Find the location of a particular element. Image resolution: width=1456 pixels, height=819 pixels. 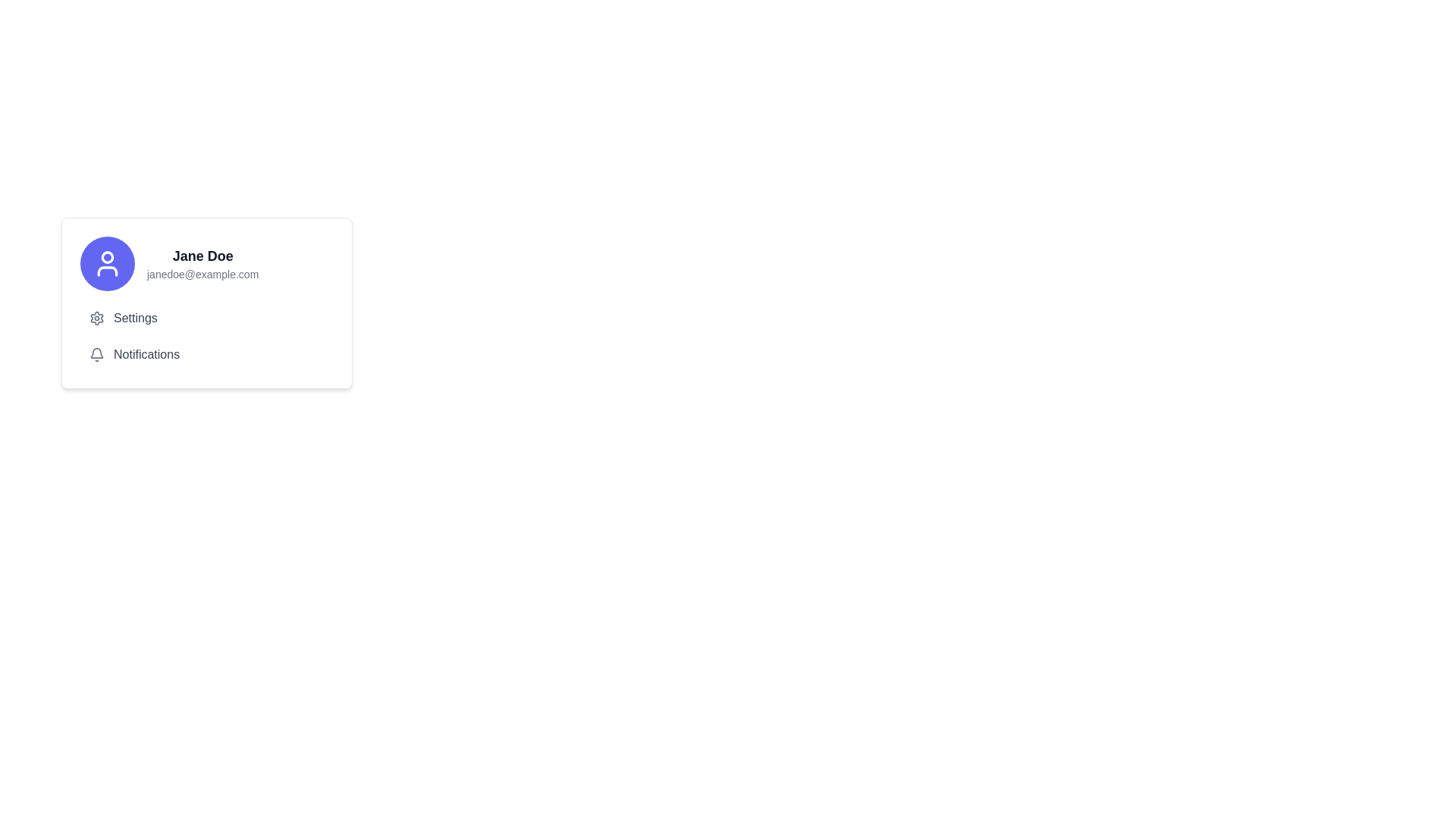

the notifications icon located in the settings section, which is the leftmost element and represents new or pending notifications is located at coordinates (96, 354).